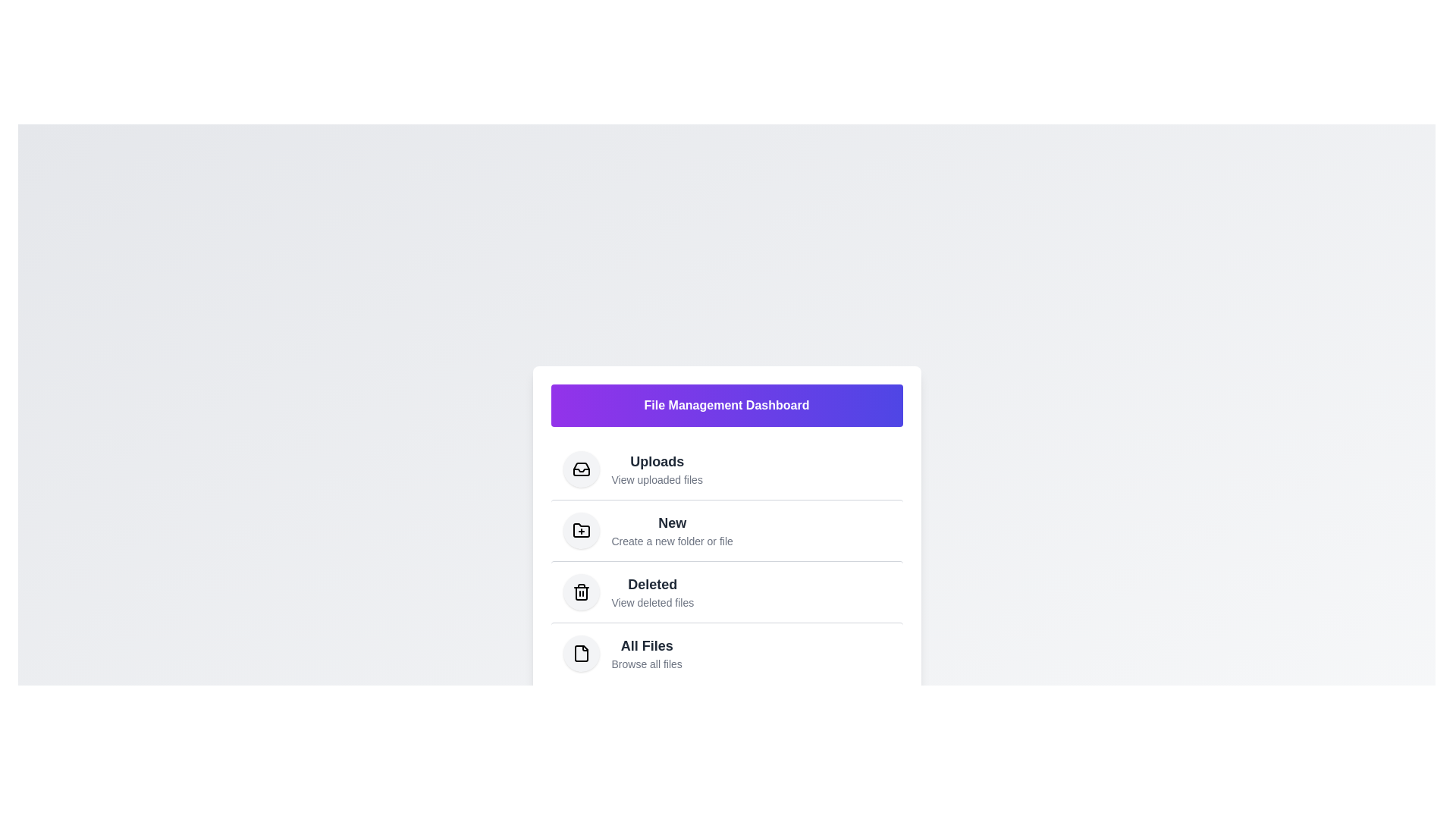 The height and width of the screenshot is (819, 1456). I want to click on the text element labeled 'New' to select it, so click(671, 522).